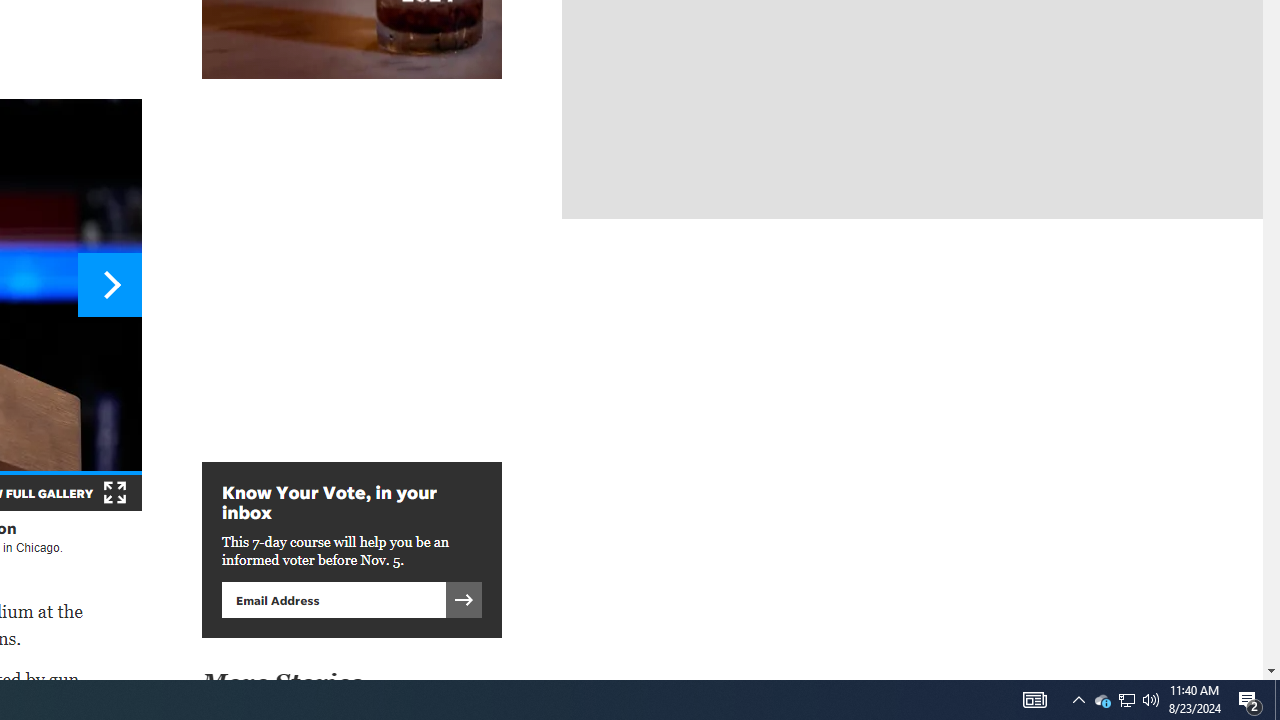 This screenshot has height=720, width=1280. What do you see at coordinates (333, 598) in the screenshot?
I see `'Email address'` at bounding box center [333, 598].